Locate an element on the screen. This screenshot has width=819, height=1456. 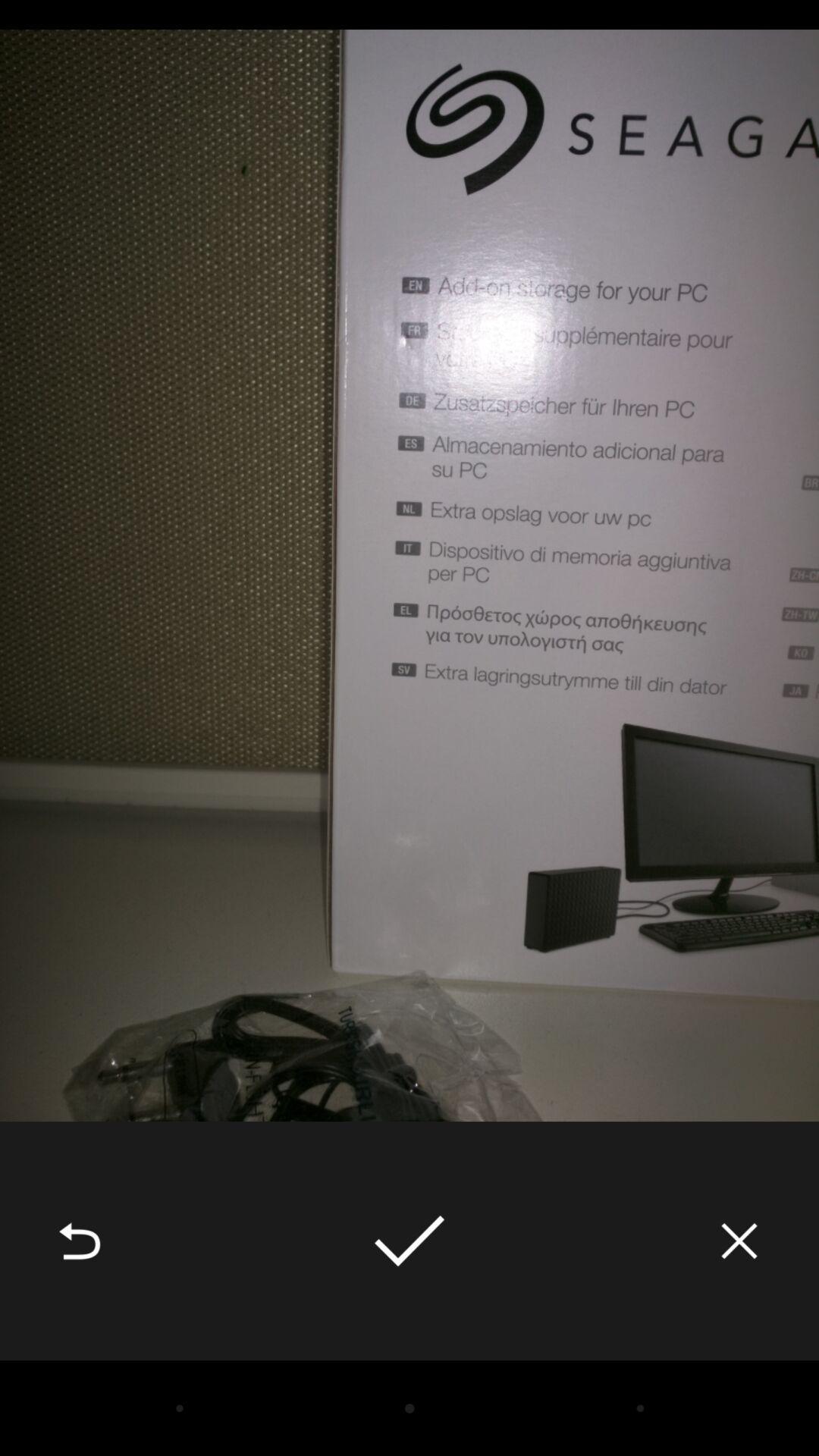
icon at the bottom right corner is located at coordinates (739, 1241).